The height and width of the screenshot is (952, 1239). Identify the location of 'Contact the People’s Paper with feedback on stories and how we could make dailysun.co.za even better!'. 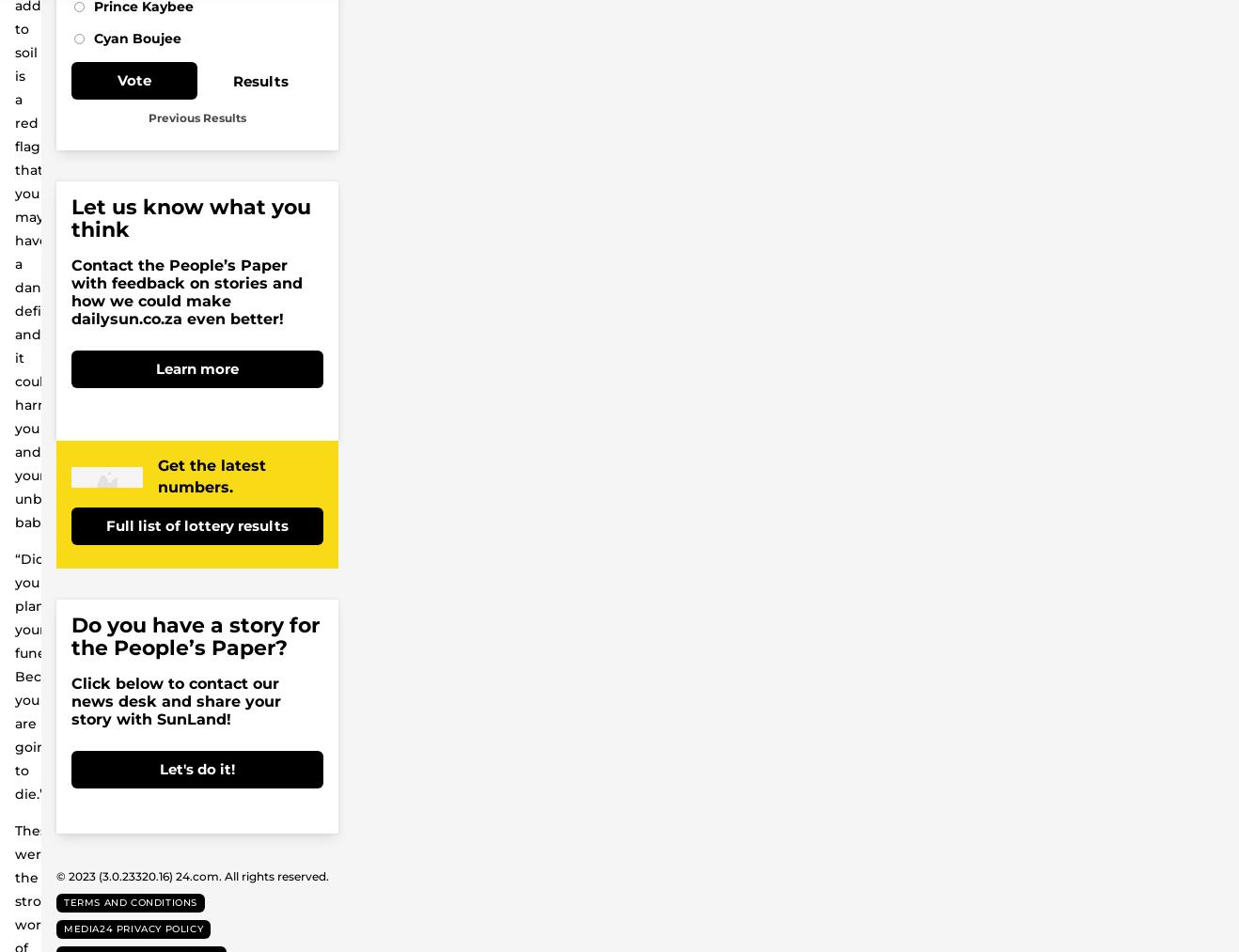
(186, 291).